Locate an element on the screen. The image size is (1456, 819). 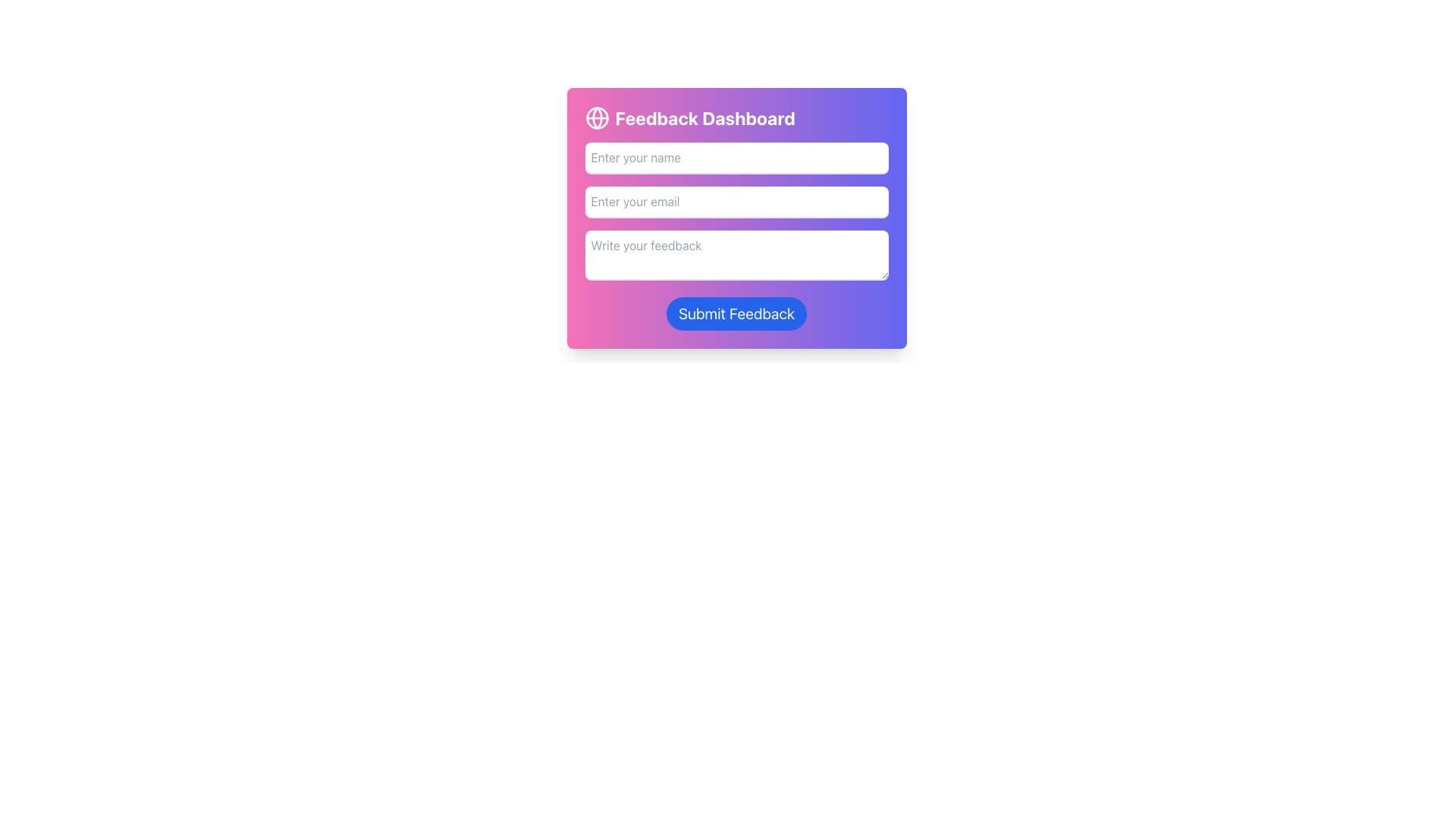
the decorative icon associated with the 'Feedback Dashboard' title, located at the top left of the Feedback Dashboard section, if it is interactive is located at coordinates (596, 117).